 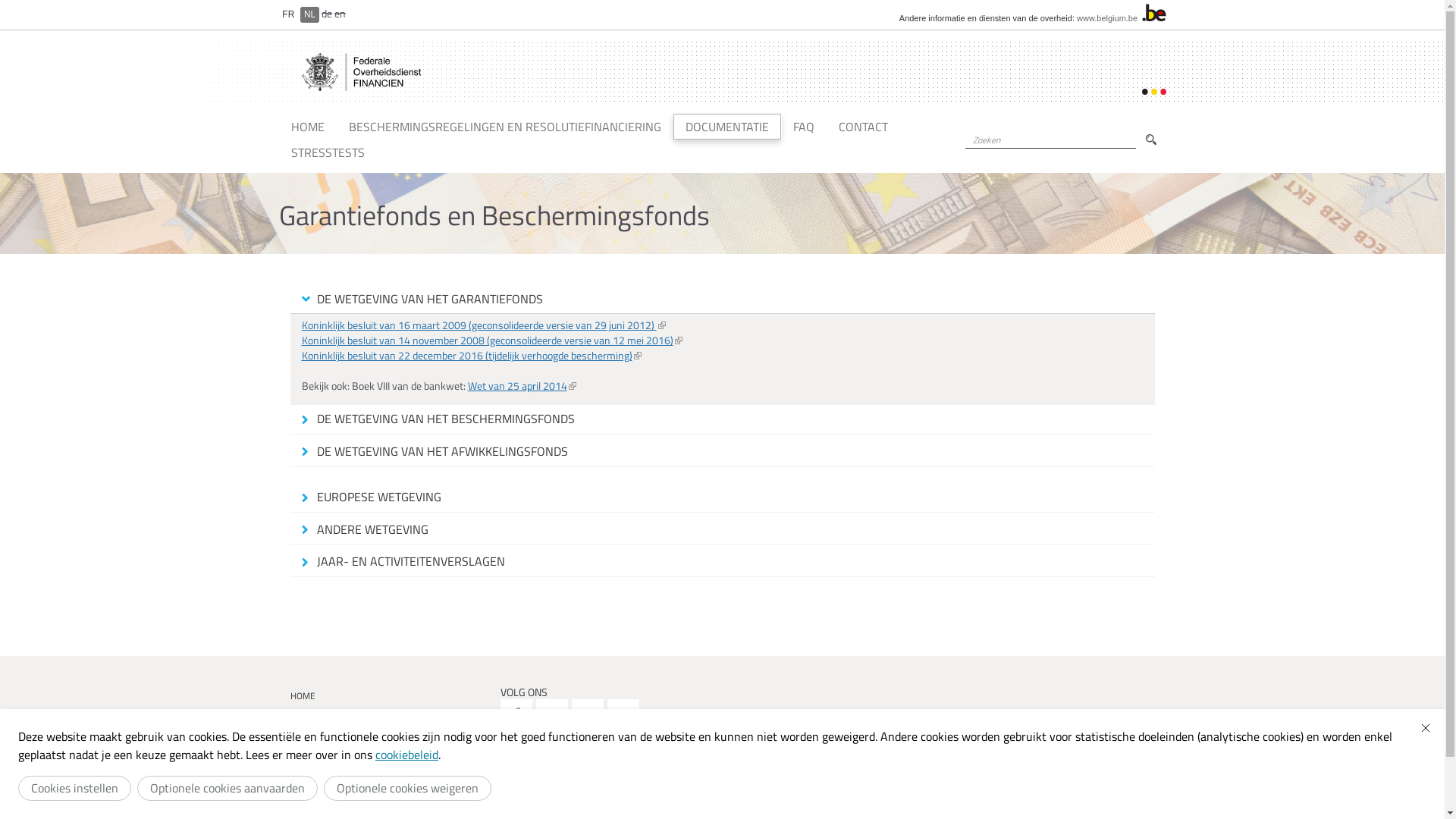 I want to click on 'DOCUMENTATIE', so click(x=726, y=125).